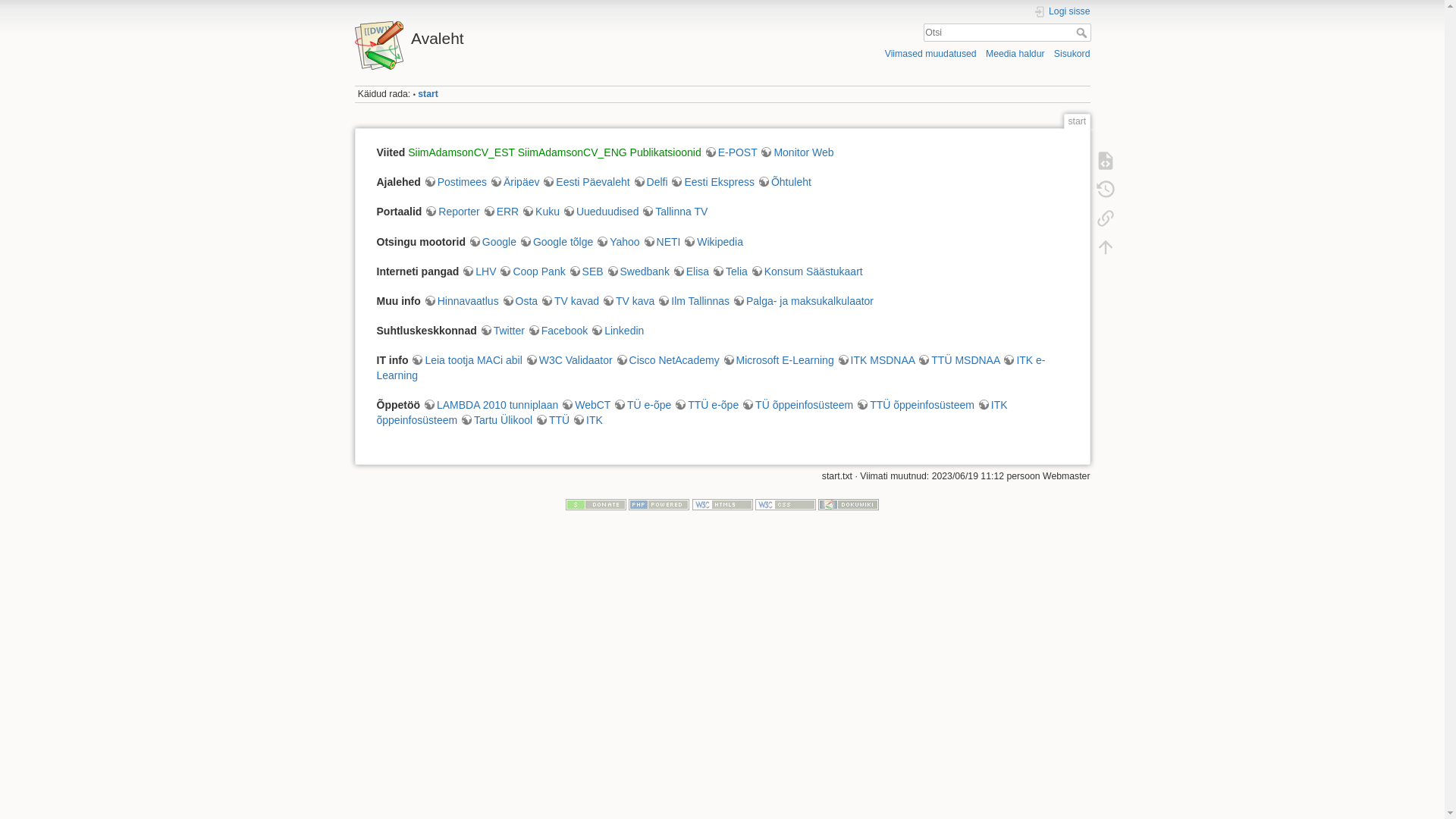 This screenshot has height=819, width=1456. Describe the element at coordinates (690, 271) in the screenshot. I see `'Elisa'` at that location.